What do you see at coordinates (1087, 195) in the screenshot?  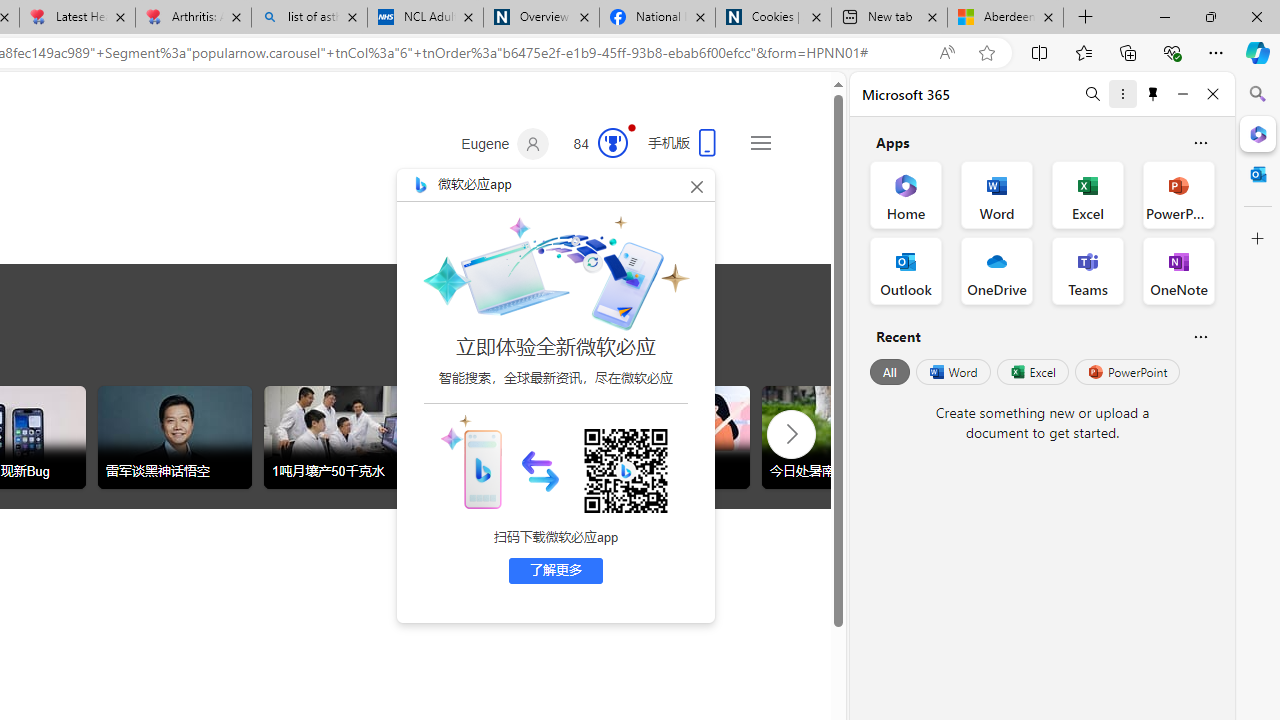 I see `'Excel Office App'` at bounding box center [1087, 195].